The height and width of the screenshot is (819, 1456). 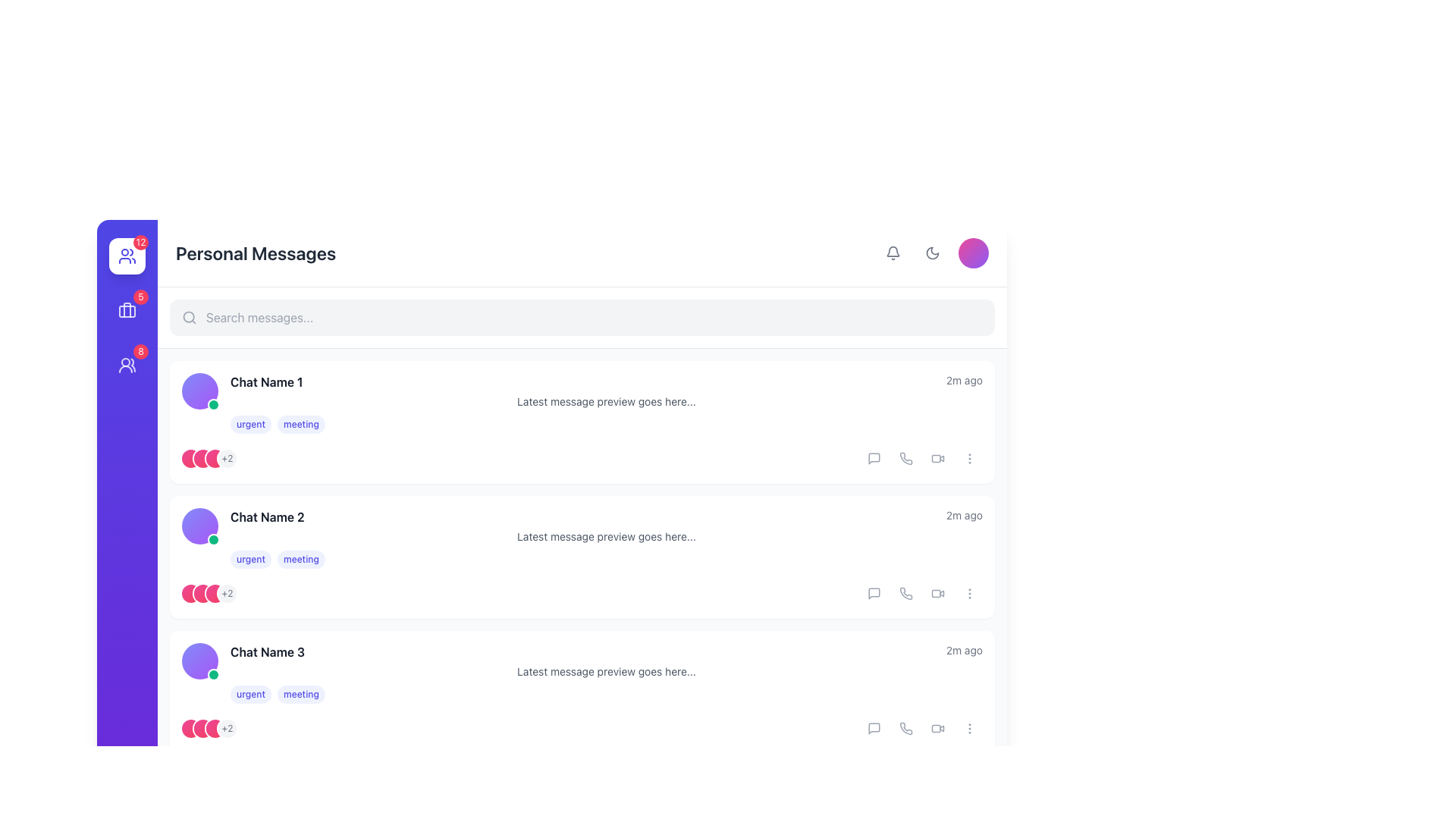 What do you see at coordinates (935, 458) in the screenshot?
I see `the video icon button located in the interaction section next to each chat entry` at bounding box center [935, 458].